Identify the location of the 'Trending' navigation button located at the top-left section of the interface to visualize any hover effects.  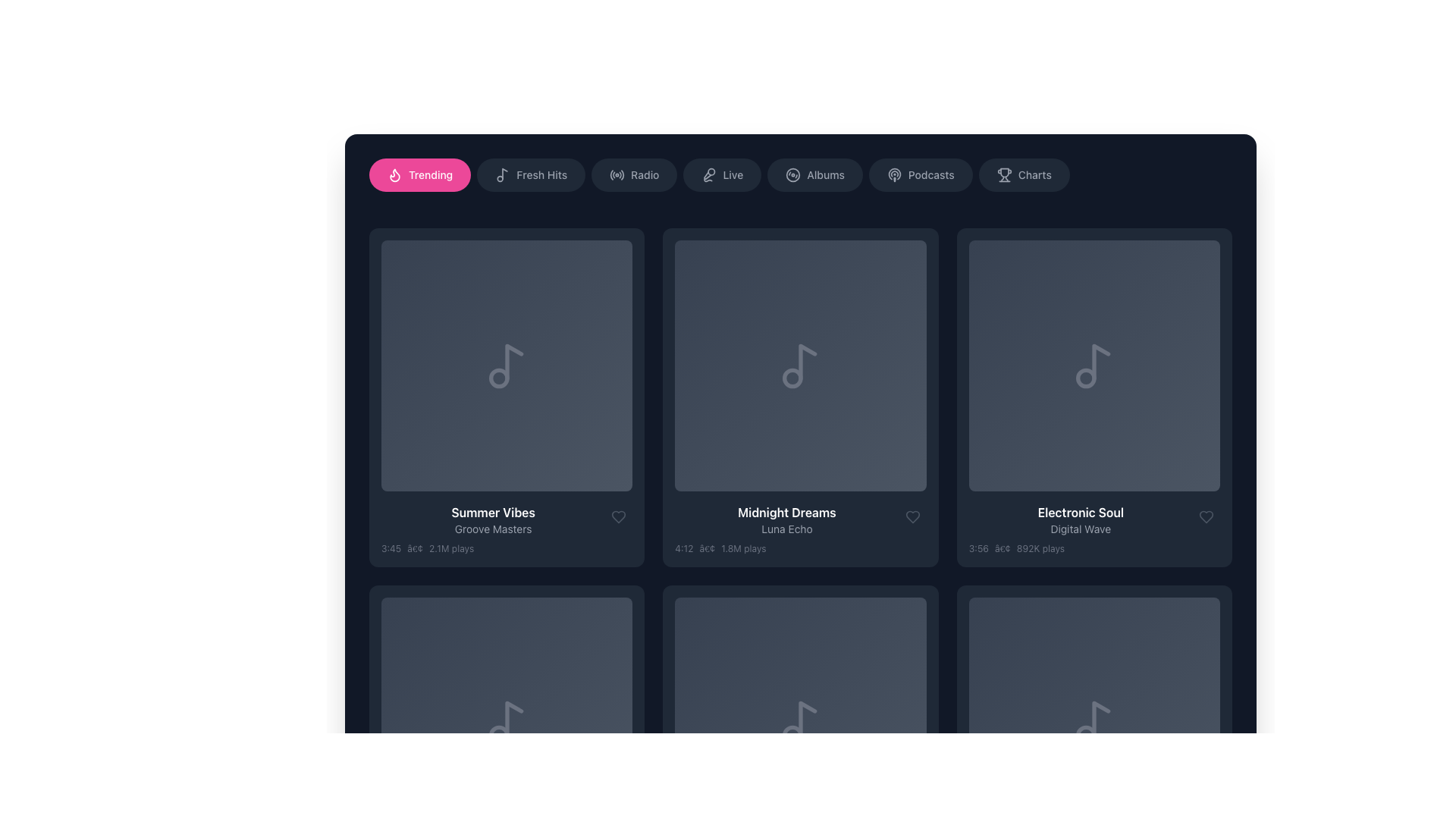
(420, 174).